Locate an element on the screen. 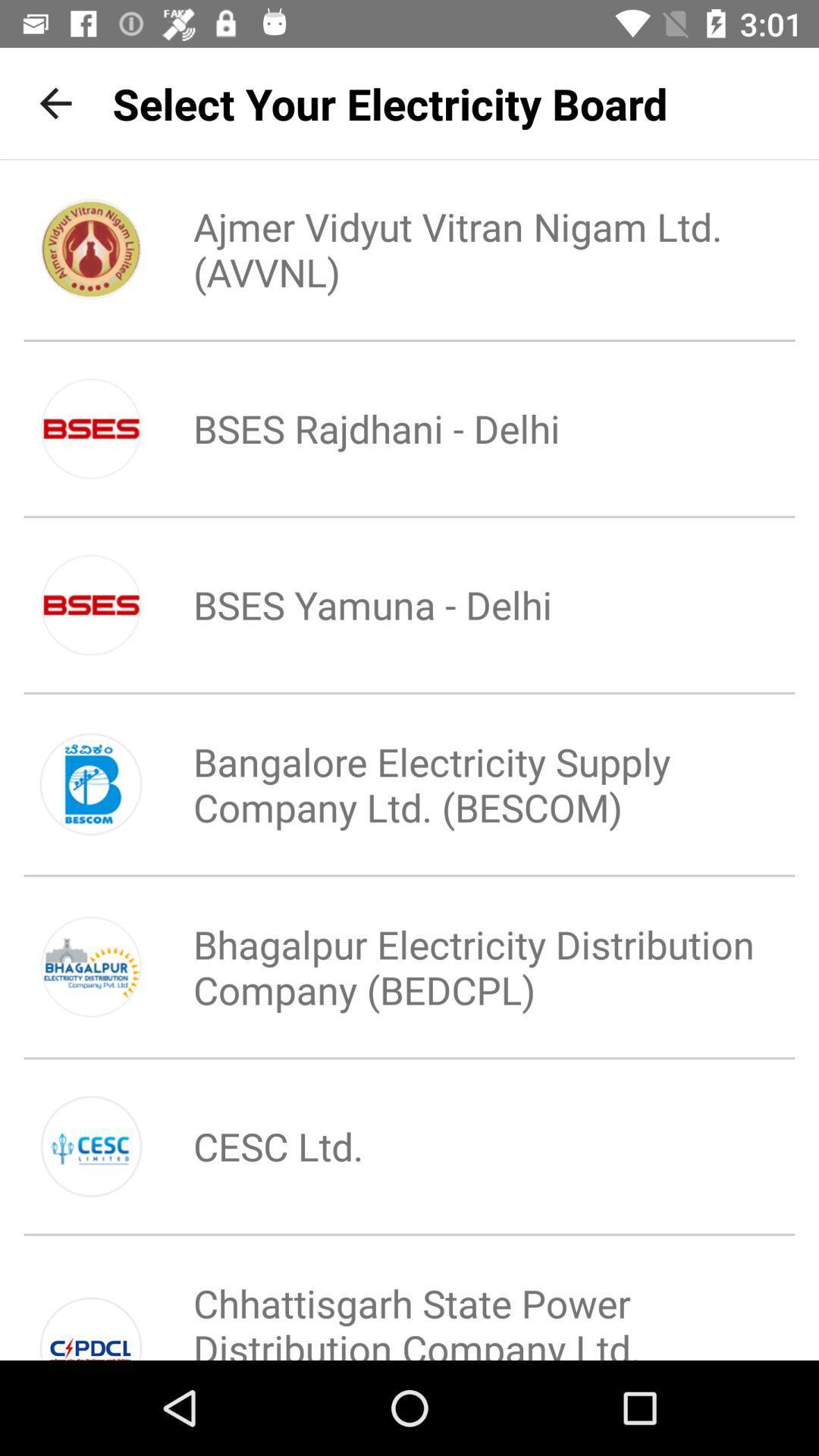 Image resolution: width=819 pixels, height=1456 pixels. the chhattisgarh state power is located at coordinates (460, 1305).